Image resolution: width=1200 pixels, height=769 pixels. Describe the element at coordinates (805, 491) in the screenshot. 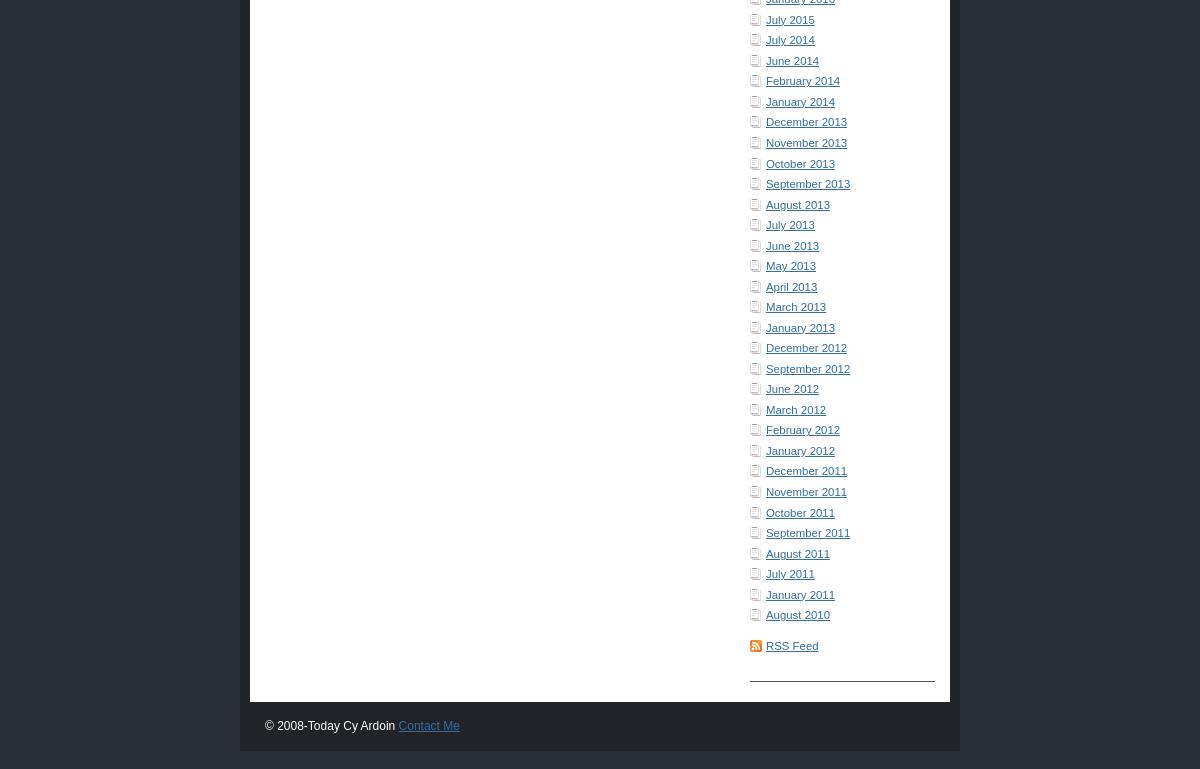

I see `'November 2011'` at that location.